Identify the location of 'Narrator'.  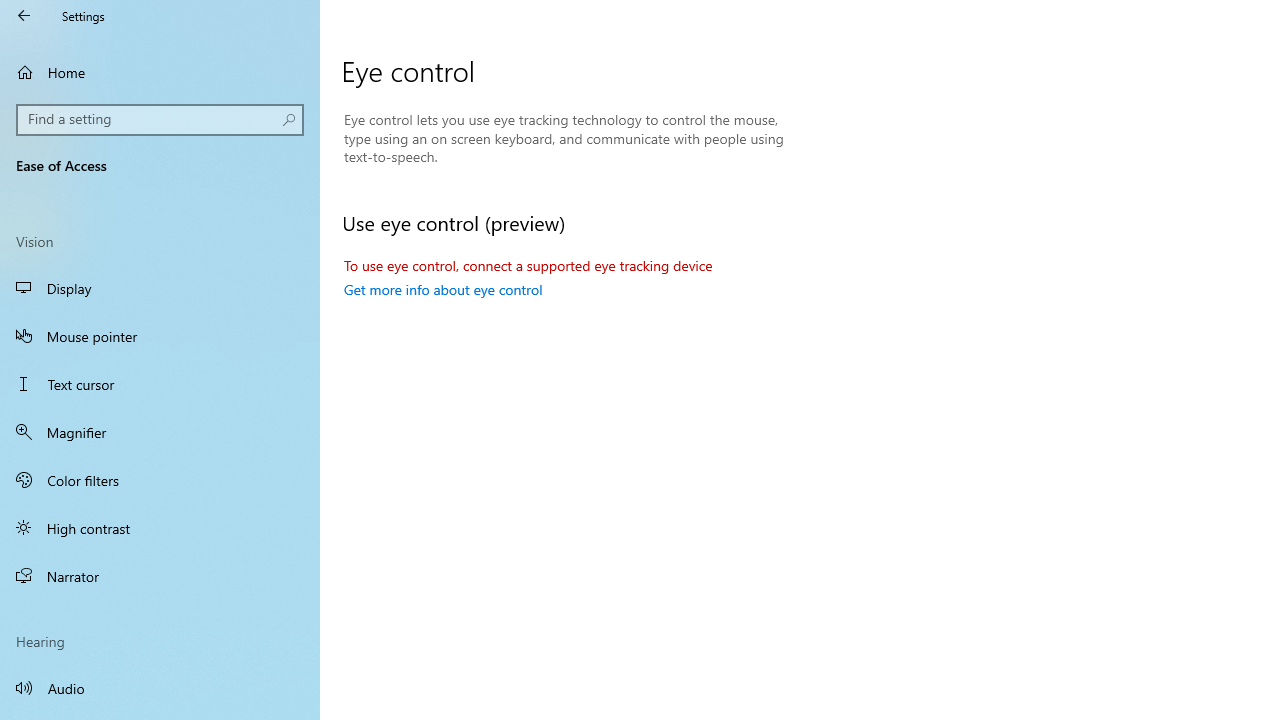
(160, 576).